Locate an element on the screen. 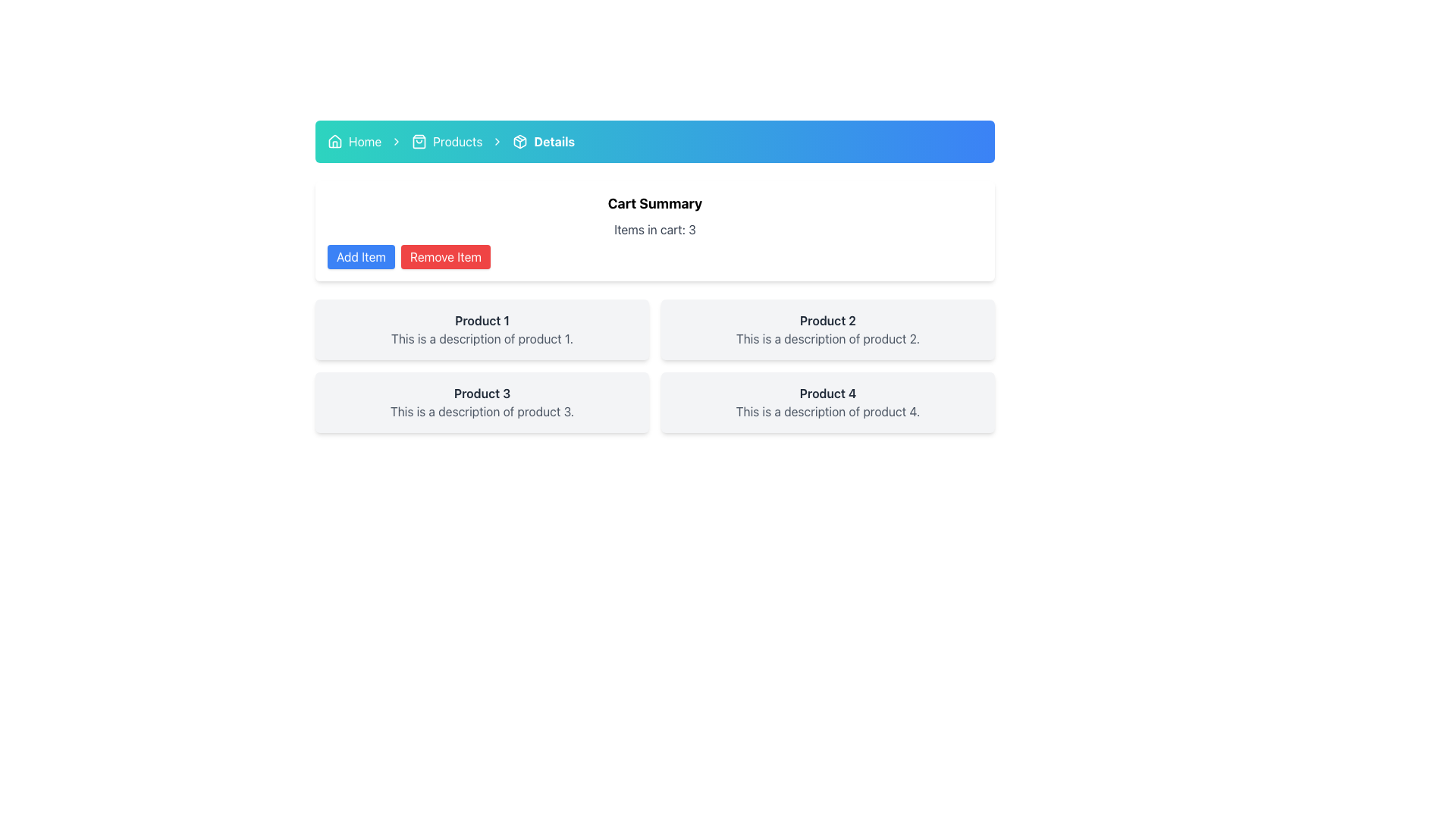  the 'Product 4' text label, which is displayed in bold dark gray font within a light gray rounded rectangular box, located at the top section of the fourth product card in the grid layout is located at coordinates (827, 393).